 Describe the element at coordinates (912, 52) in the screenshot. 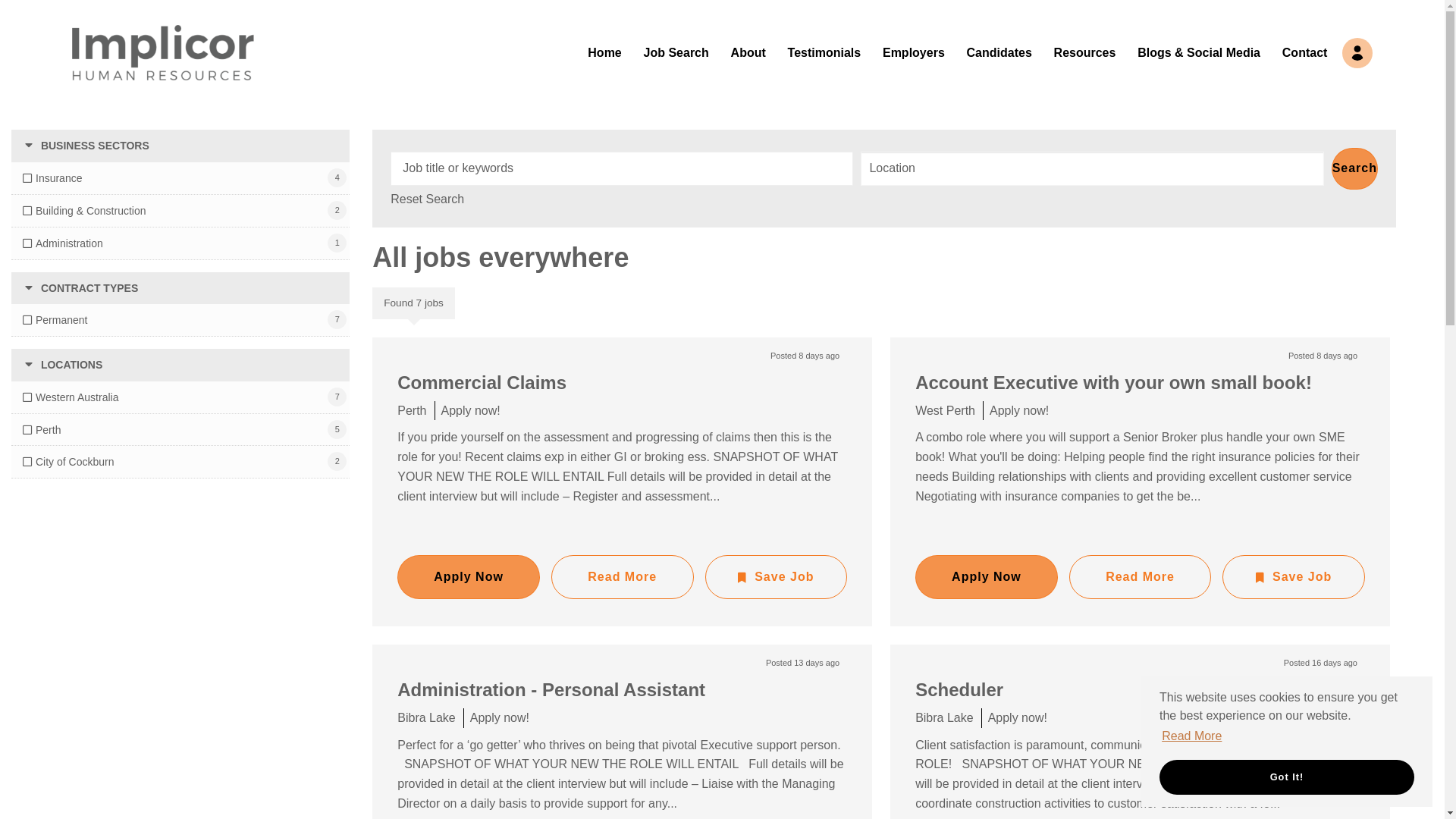

I see `'Employers'` at that location.